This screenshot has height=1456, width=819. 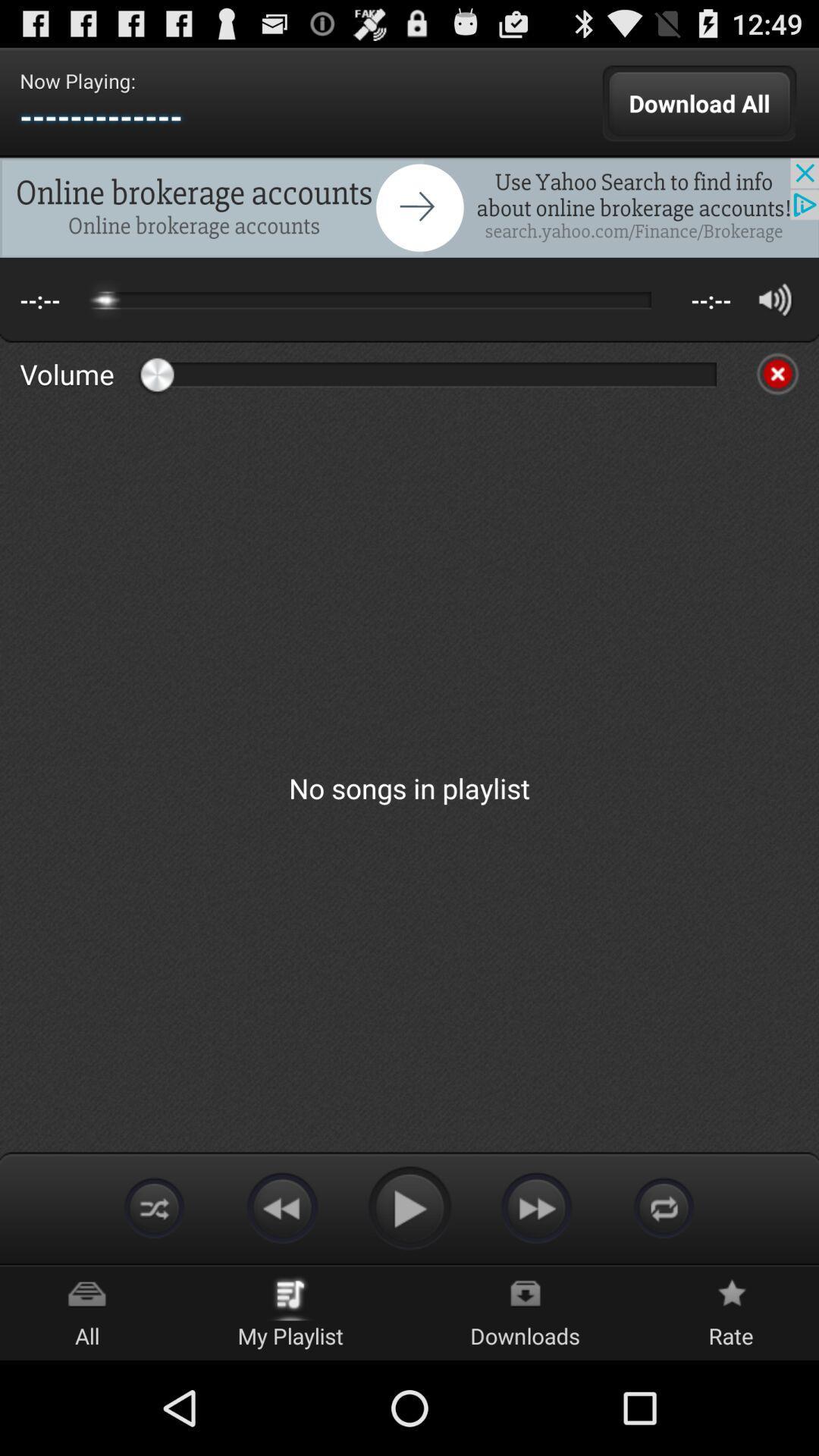 What do you see at coordinates (536, 1207) in the screenshot?
I see `next` at bounding box center [536, 1207].